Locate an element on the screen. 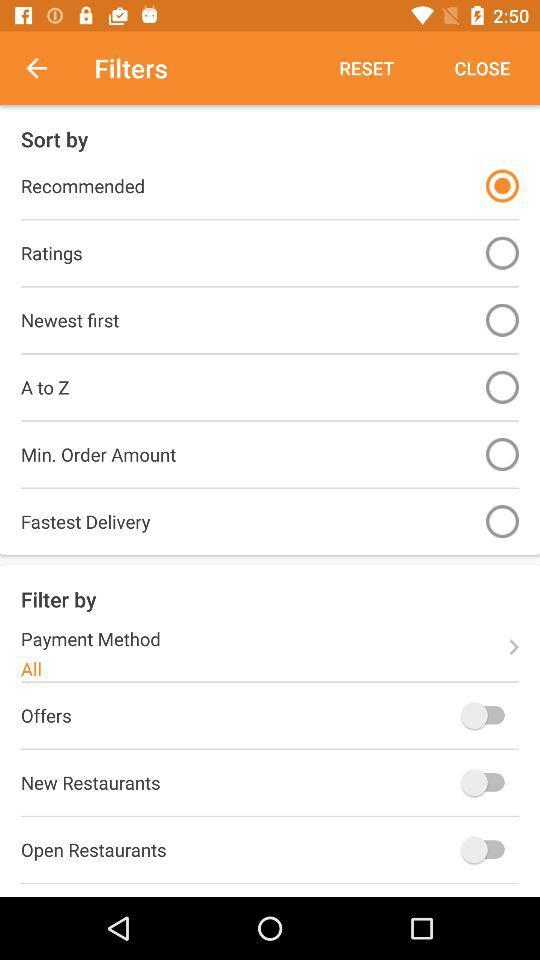  offer filter is located at coordinates (486, 715).